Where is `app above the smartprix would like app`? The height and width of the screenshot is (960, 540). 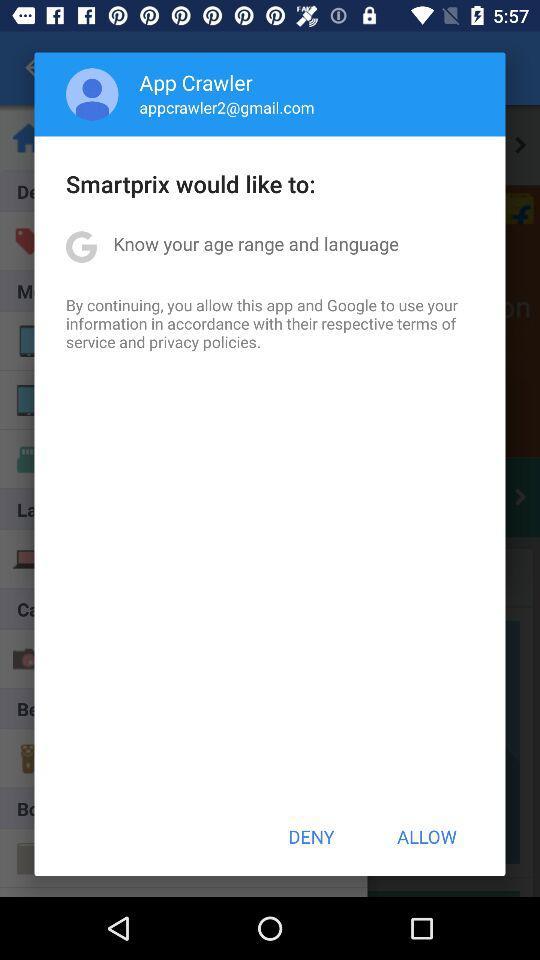
app above the smartprix would like app is located at coordinates (91, 94).